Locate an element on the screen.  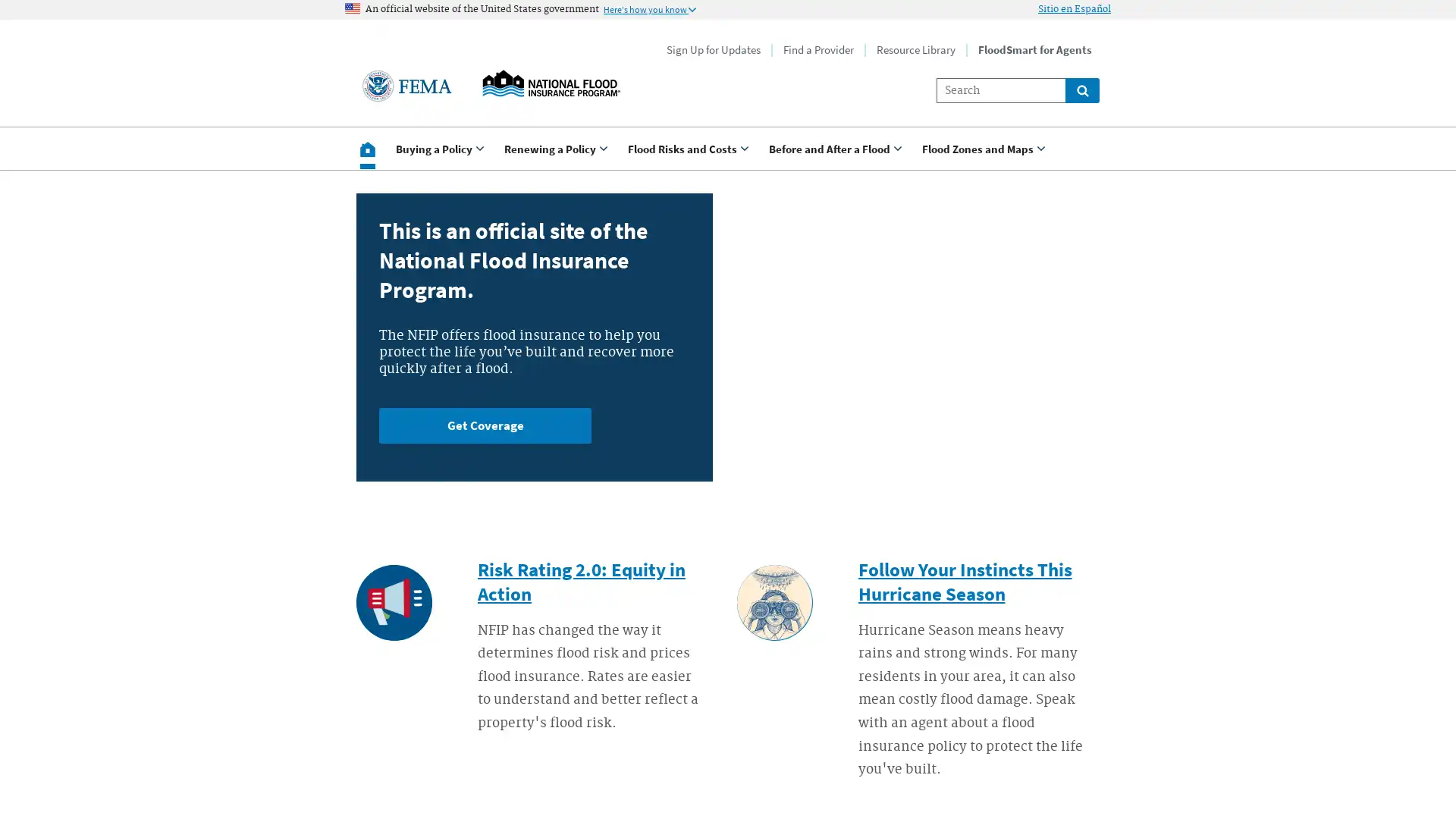
Use <enter> and shift + <enter> to open and close the drop down to sub-menus is located at coordinates (690, 148).